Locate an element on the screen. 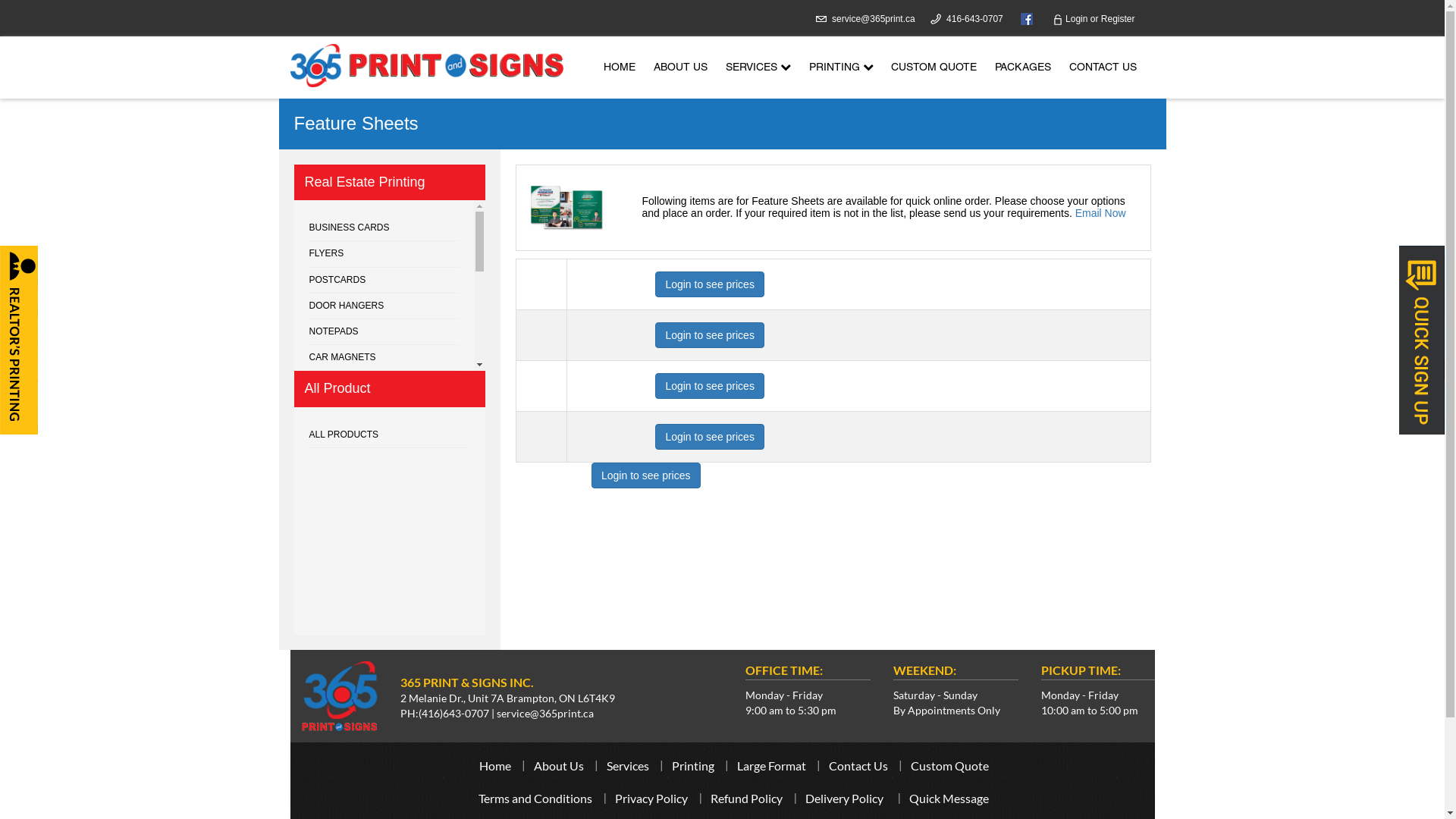 The image size is (1456, 819). 'Privacy Policy' is located at coordinates (651, 797).